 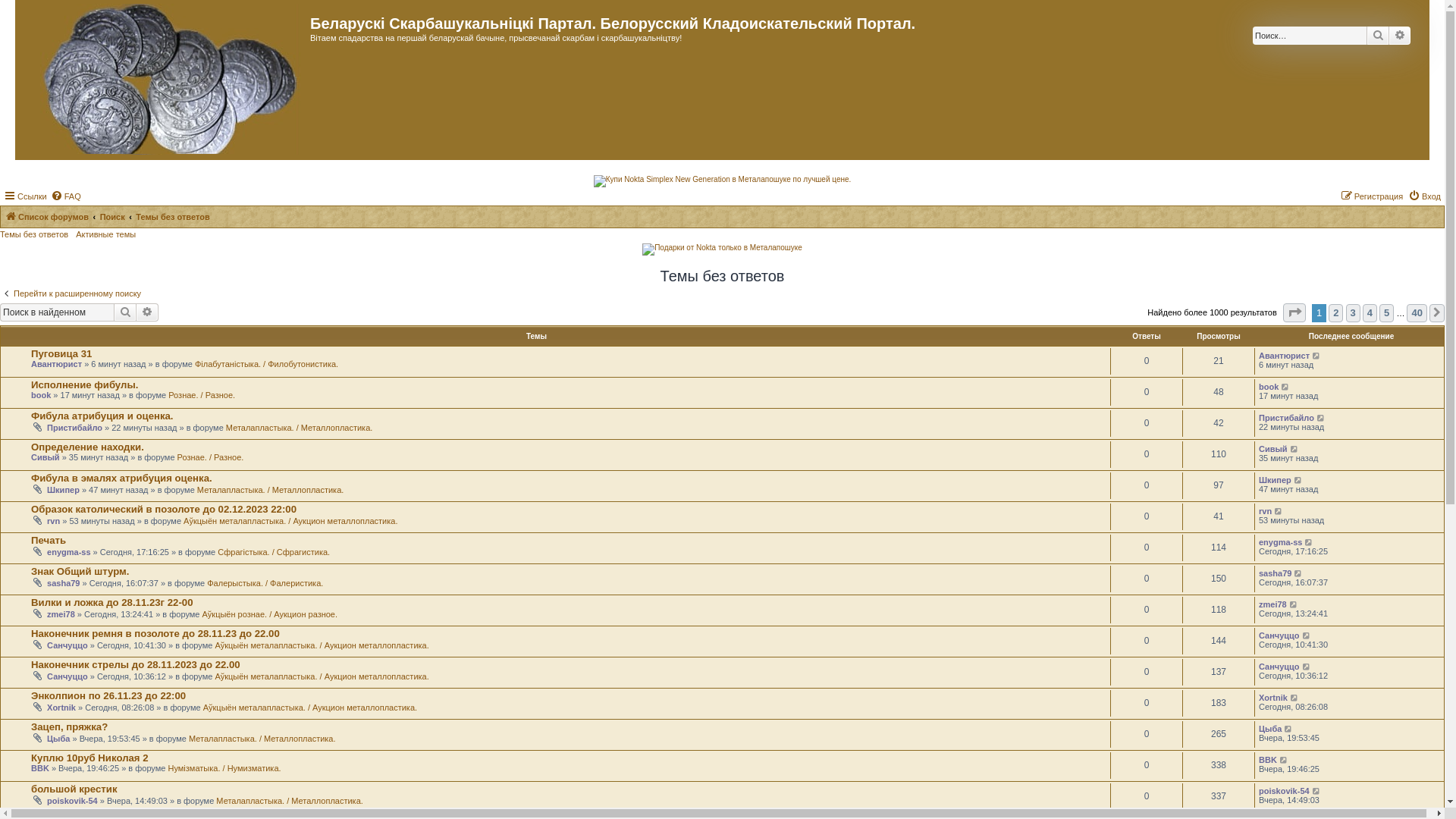 I want to click on 'rvn', so click(x=53, y=519).